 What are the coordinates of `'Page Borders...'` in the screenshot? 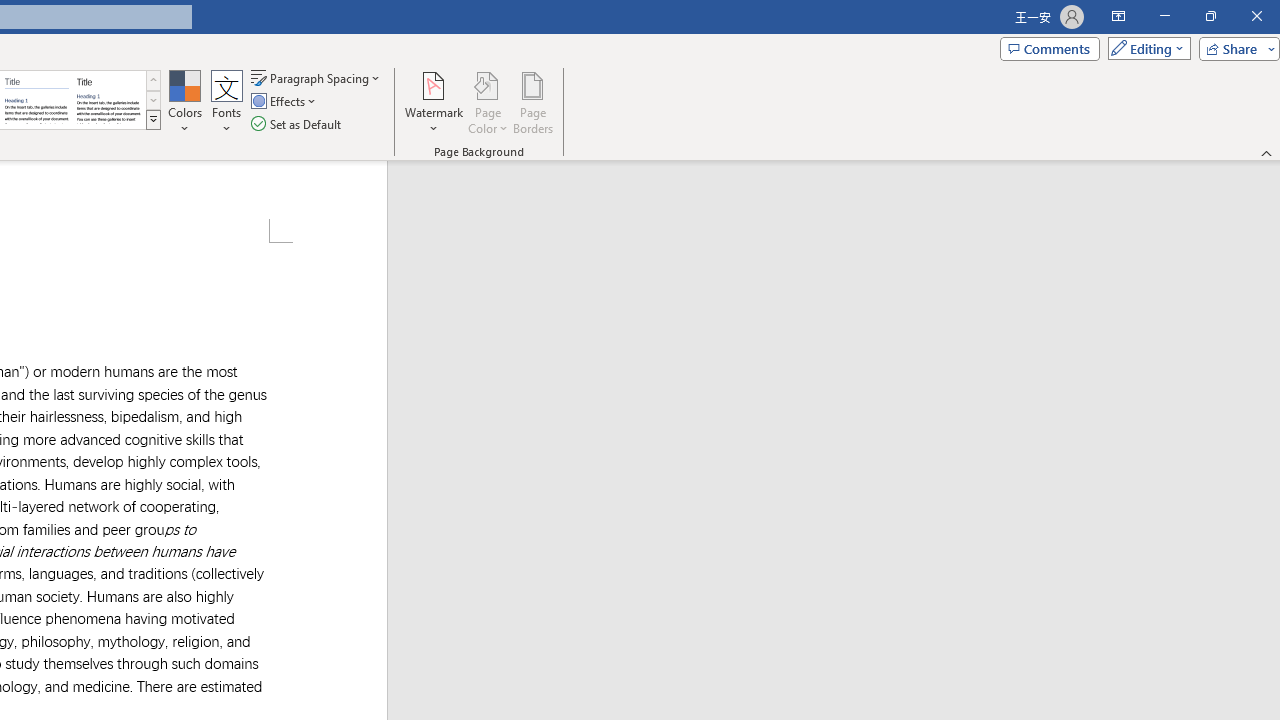 It's located at (533, 103).